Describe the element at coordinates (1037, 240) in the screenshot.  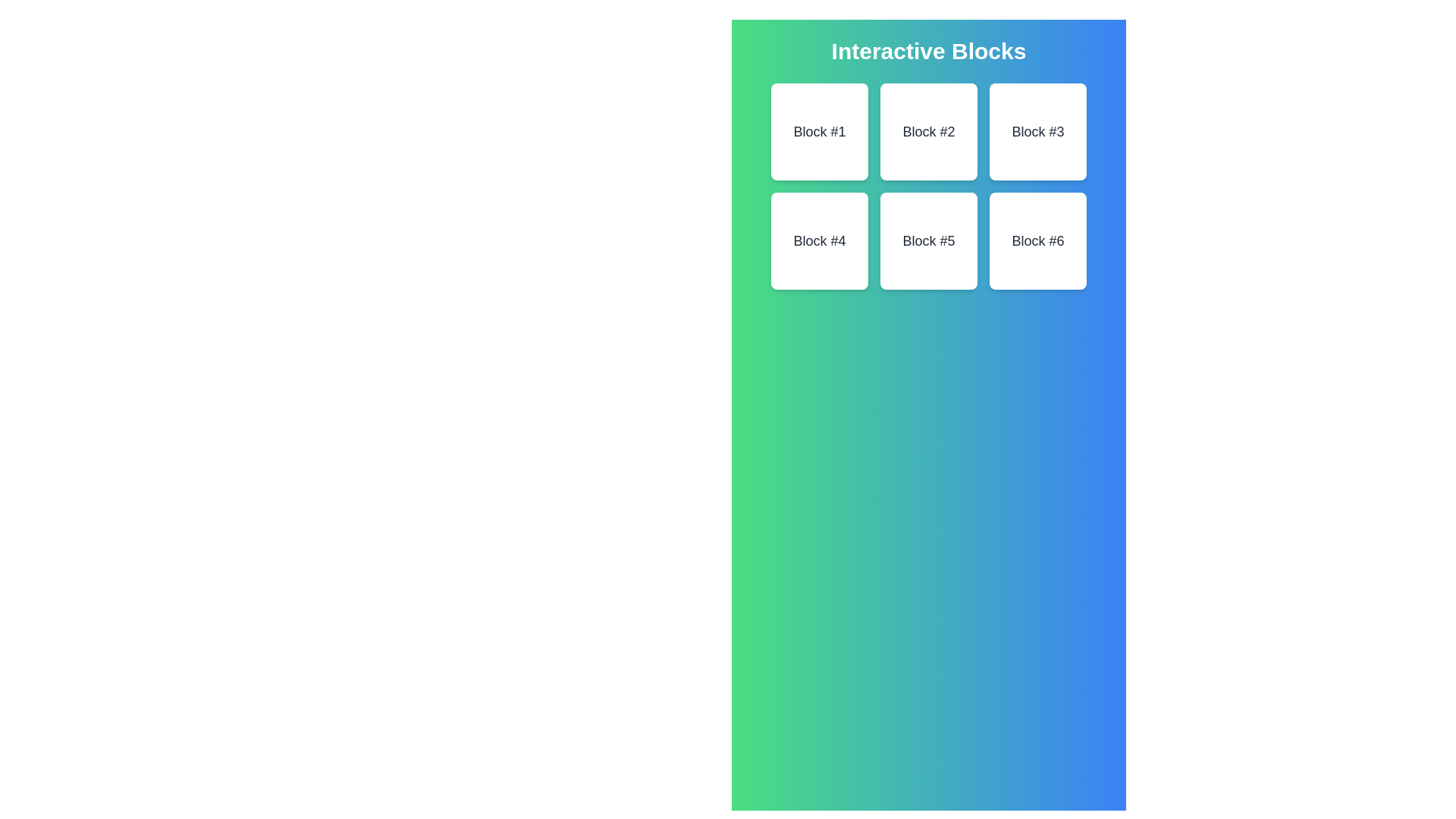
I see `the square-shaped tile labeled 'Block #6' with a white background and gray font, located in the bottom-right corner of the grid layout` at that location.